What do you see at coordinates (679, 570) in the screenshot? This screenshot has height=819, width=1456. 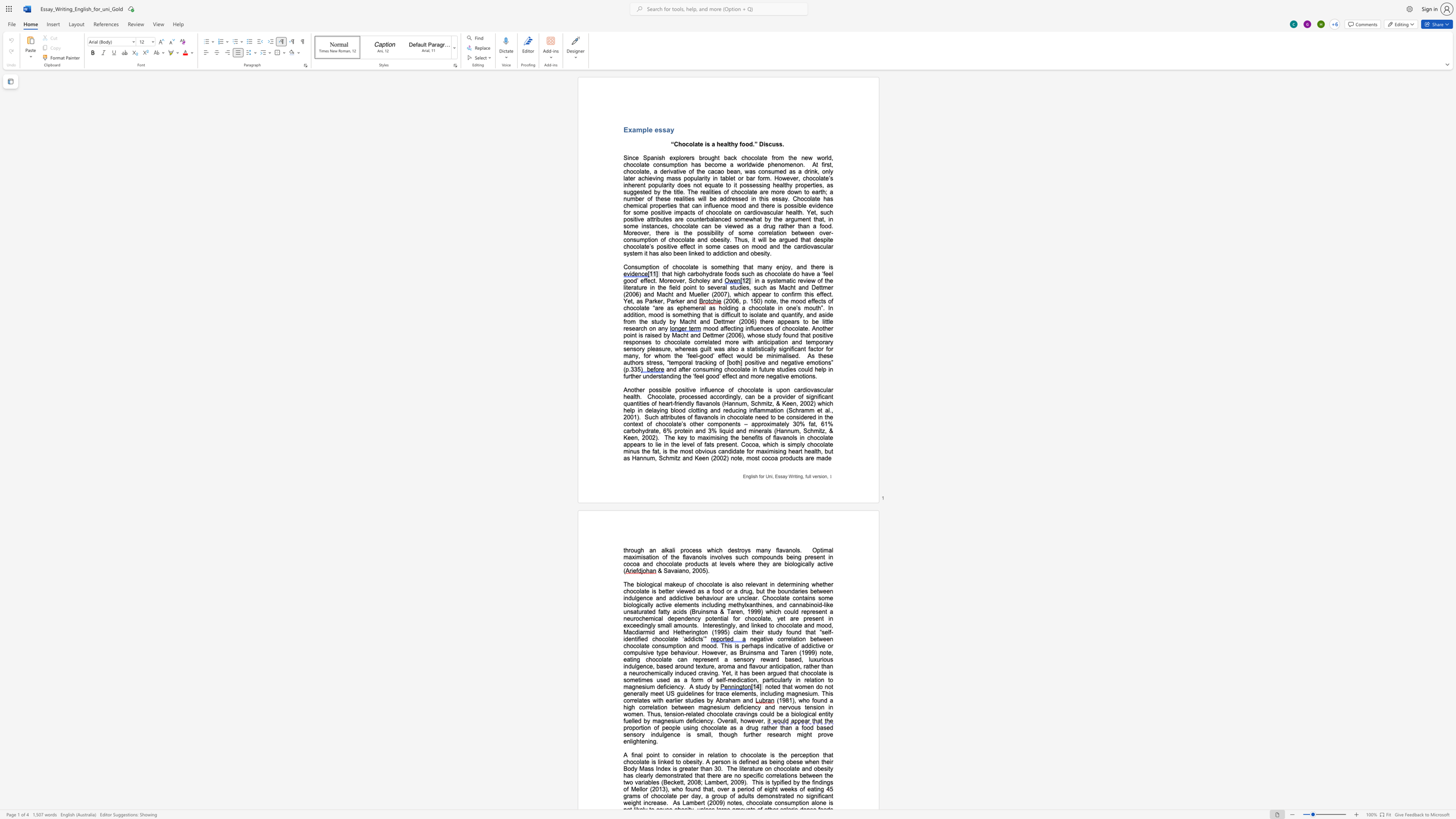 I see `the space between the continuous character "i" and "a" in the text` at bounding box center [679, 570].